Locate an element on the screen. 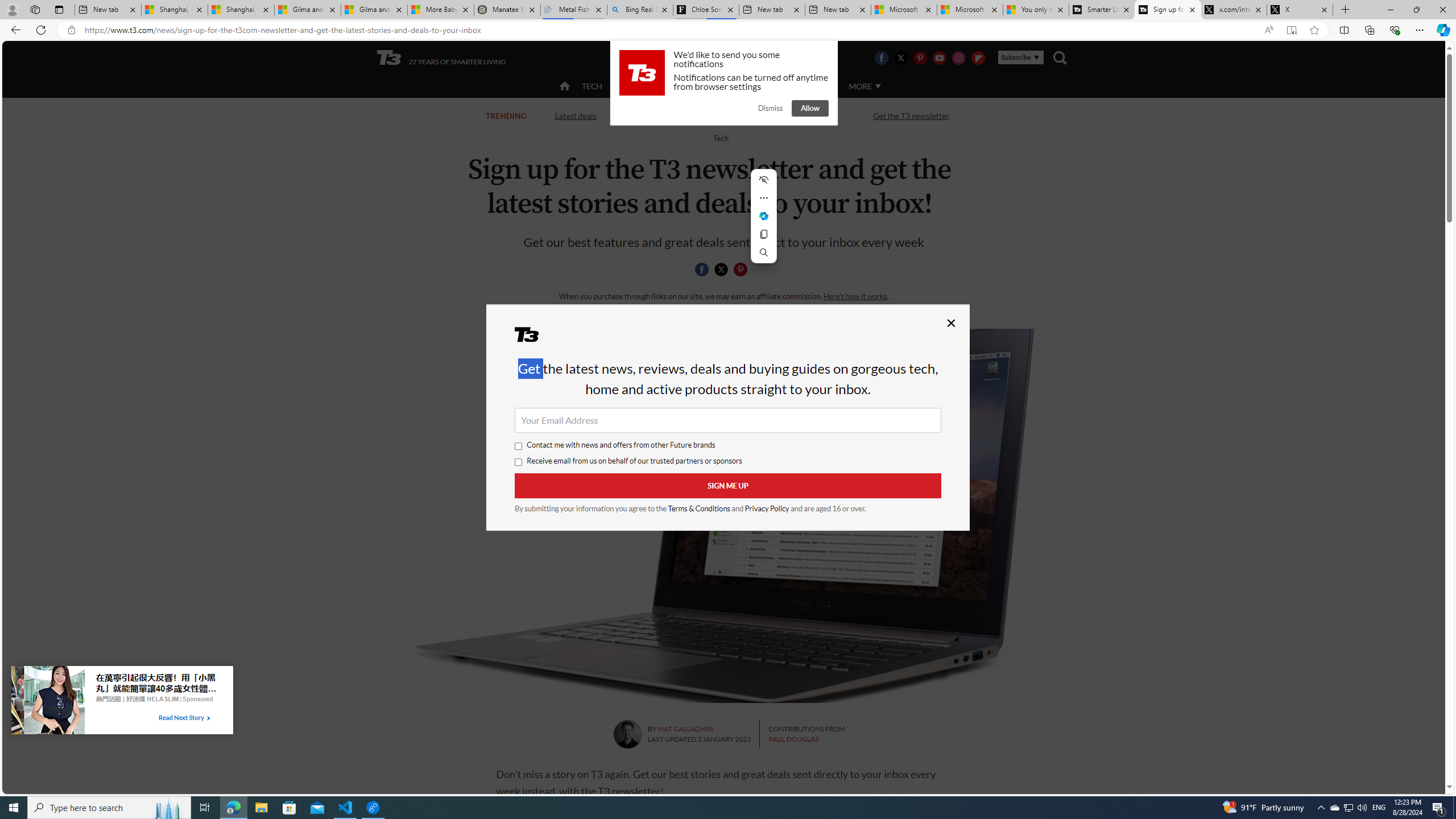 Image resolution: width=1456 pixels, height=819 pixels. 'Hide menu' is located at coordinates (763, 179).